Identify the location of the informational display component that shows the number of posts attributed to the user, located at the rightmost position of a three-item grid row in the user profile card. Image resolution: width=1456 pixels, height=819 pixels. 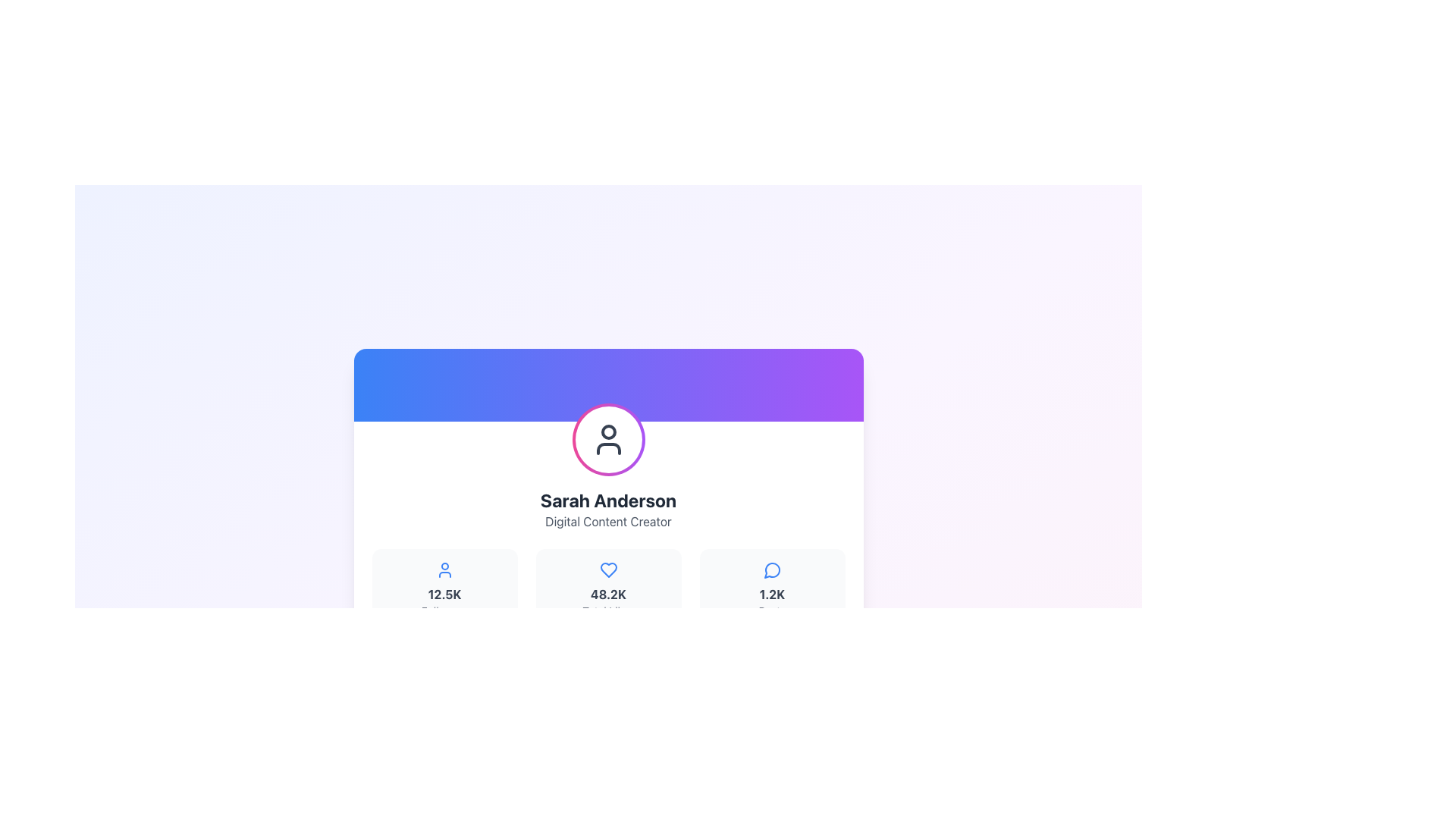
(772, 589).